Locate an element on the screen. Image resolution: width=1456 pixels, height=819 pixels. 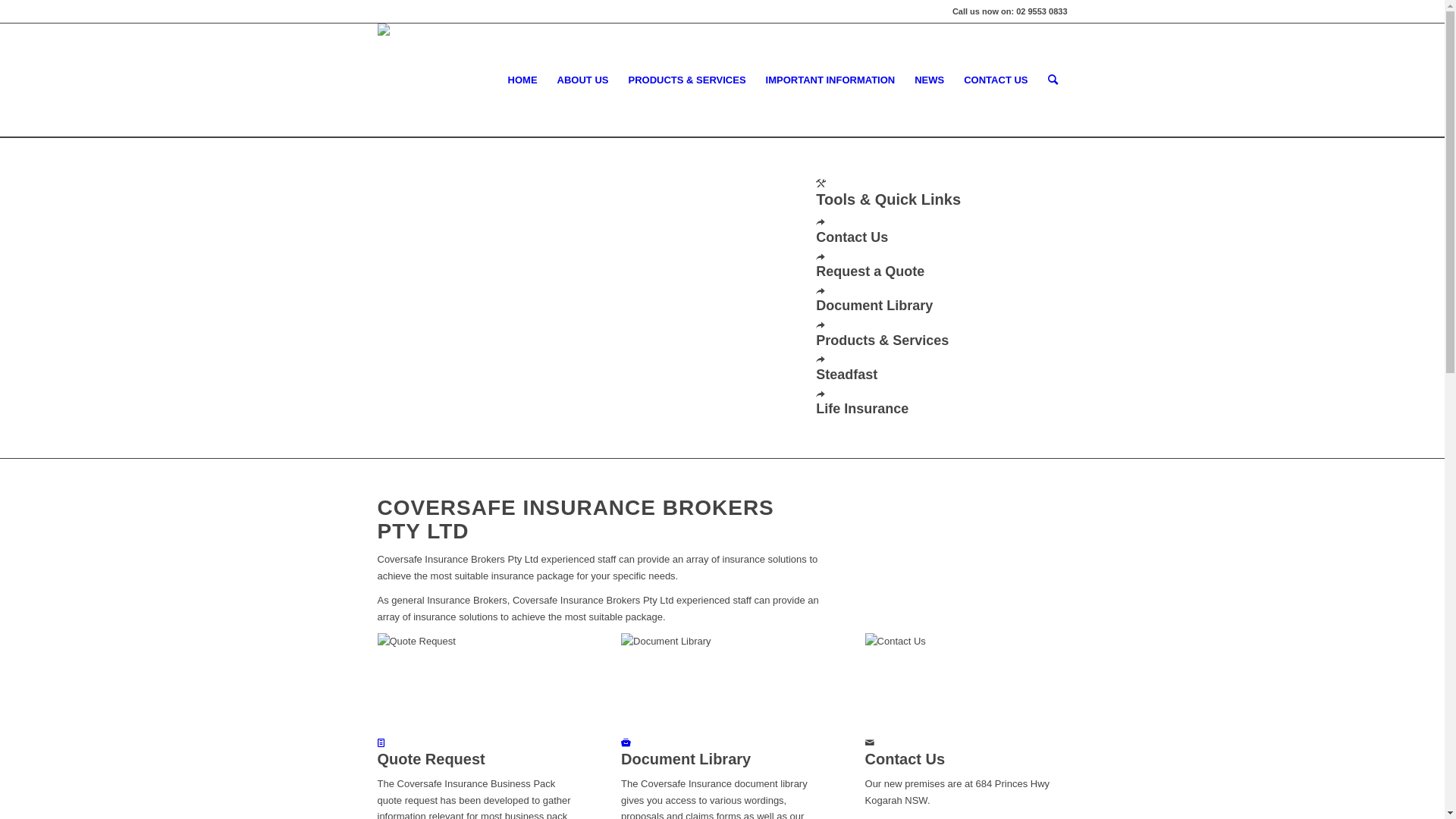
'Contact Us' is located at coordinates (852, 237).